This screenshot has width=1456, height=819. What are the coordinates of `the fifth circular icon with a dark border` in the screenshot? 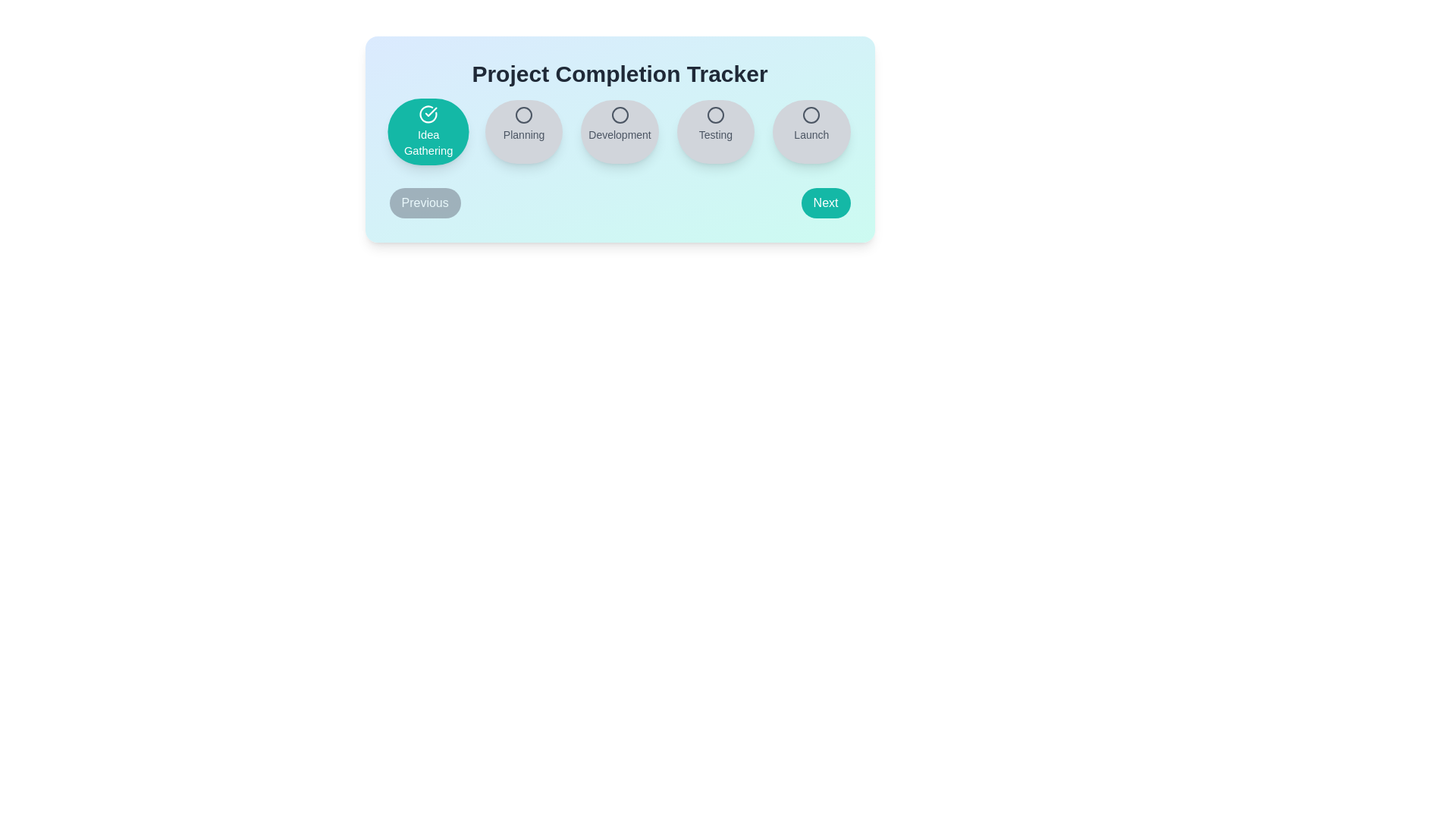 It's located at (811, 114).